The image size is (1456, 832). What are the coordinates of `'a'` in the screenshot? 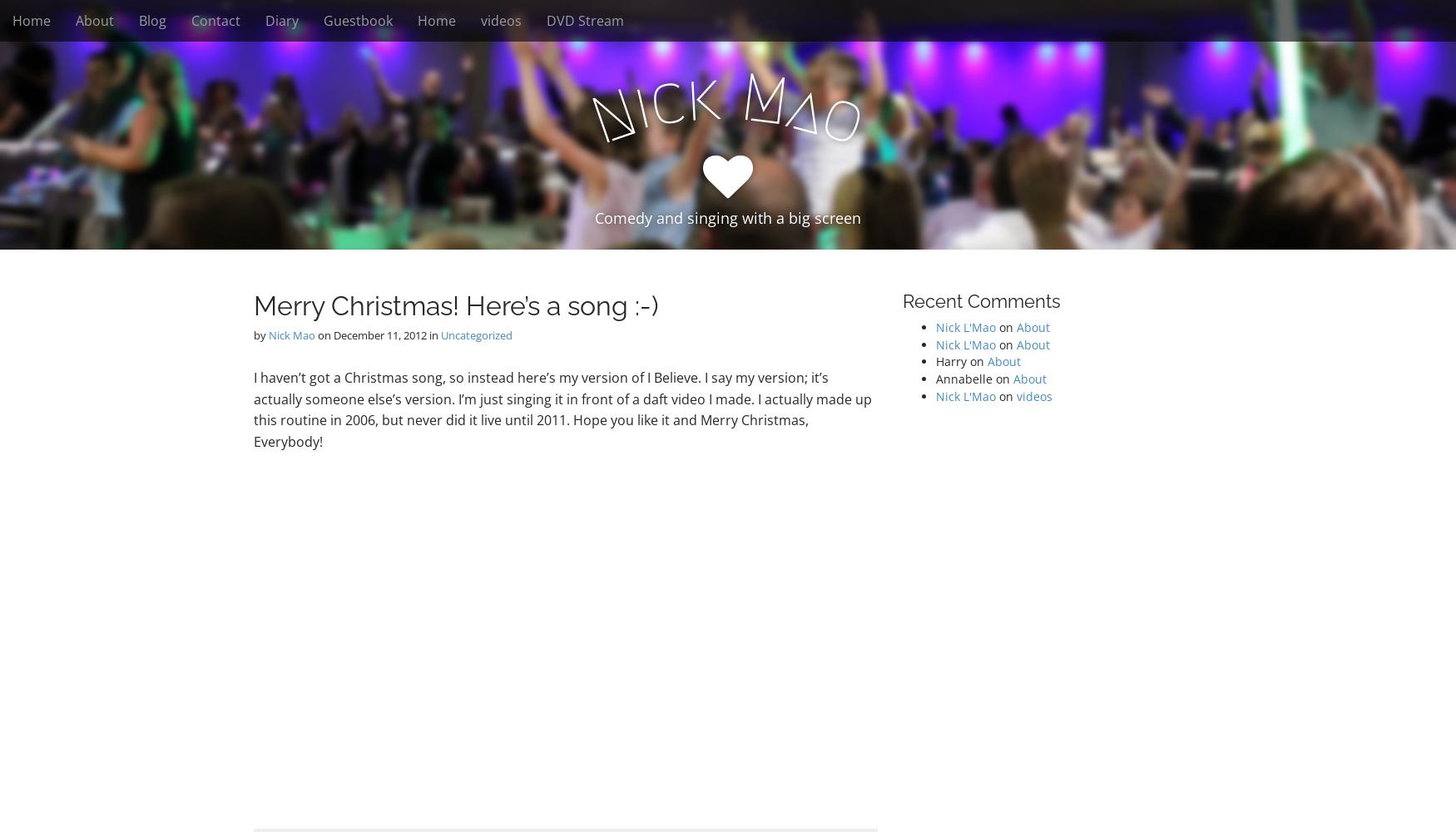 It's located at (805, 107).